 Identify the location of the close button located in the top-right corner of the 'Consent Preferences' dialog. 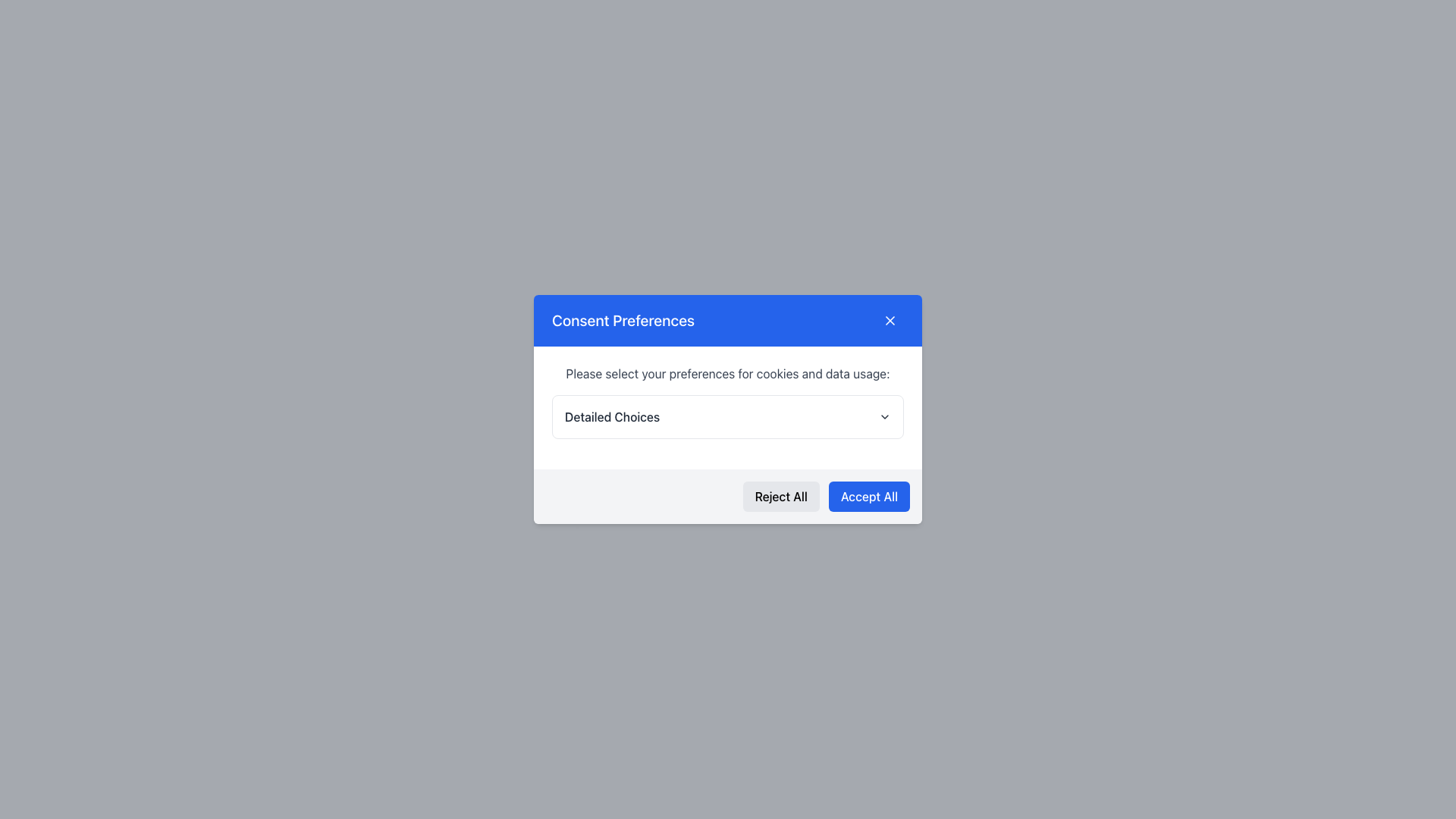
(890, 320).